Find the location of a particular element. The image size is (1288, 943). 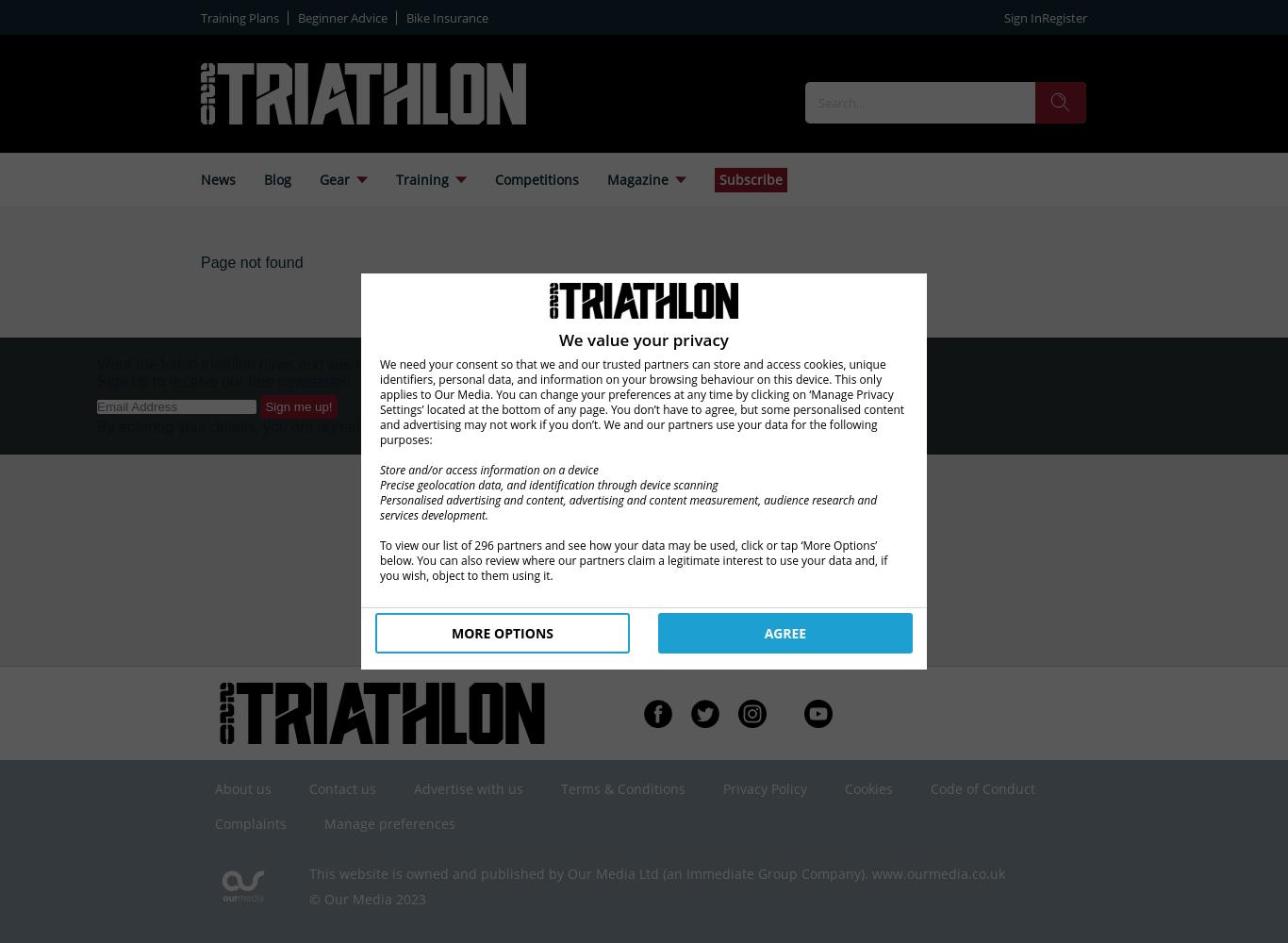

'Gift a subscription to 220 Triathlon magazine, save 55% and pay just £34.99 for 13 issues!' is located at coordinates (549, 562).